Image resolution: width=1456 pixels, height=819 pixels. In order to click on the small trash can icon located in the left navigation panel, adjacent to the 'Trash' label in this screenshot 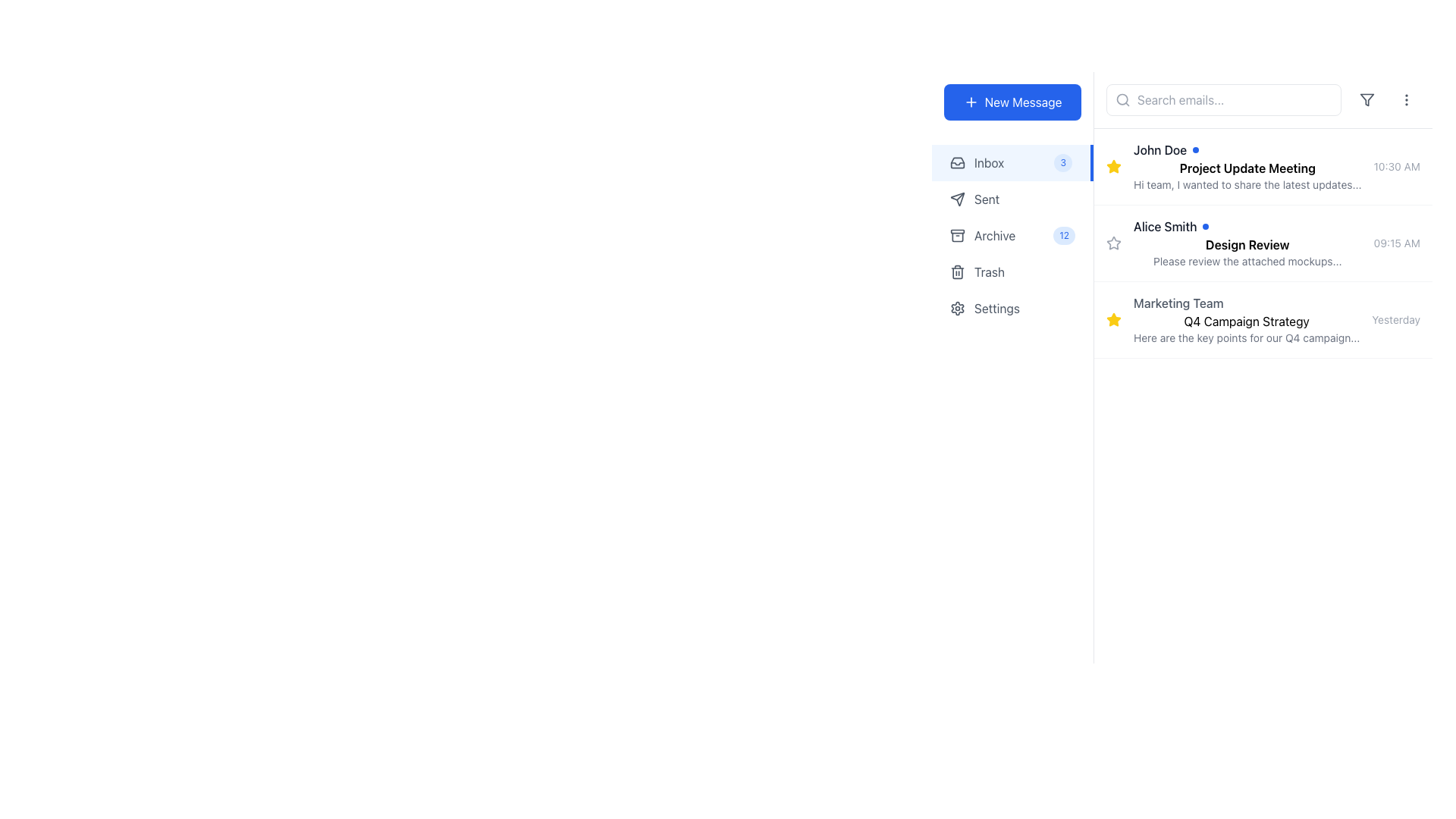, I will do `click(956, 271)`.